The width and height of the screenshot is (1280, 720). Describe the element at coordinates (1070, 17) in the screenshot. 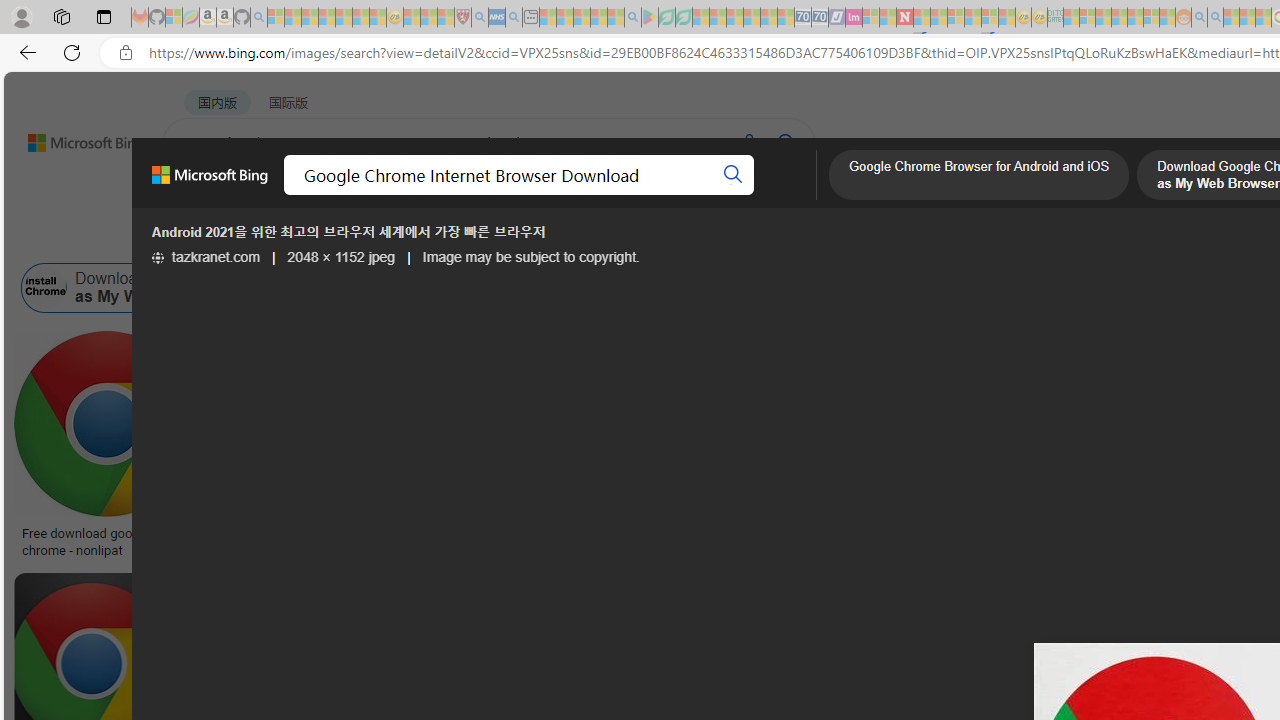

I see `'MSNBC - MSN - Sleeping'` at that location.